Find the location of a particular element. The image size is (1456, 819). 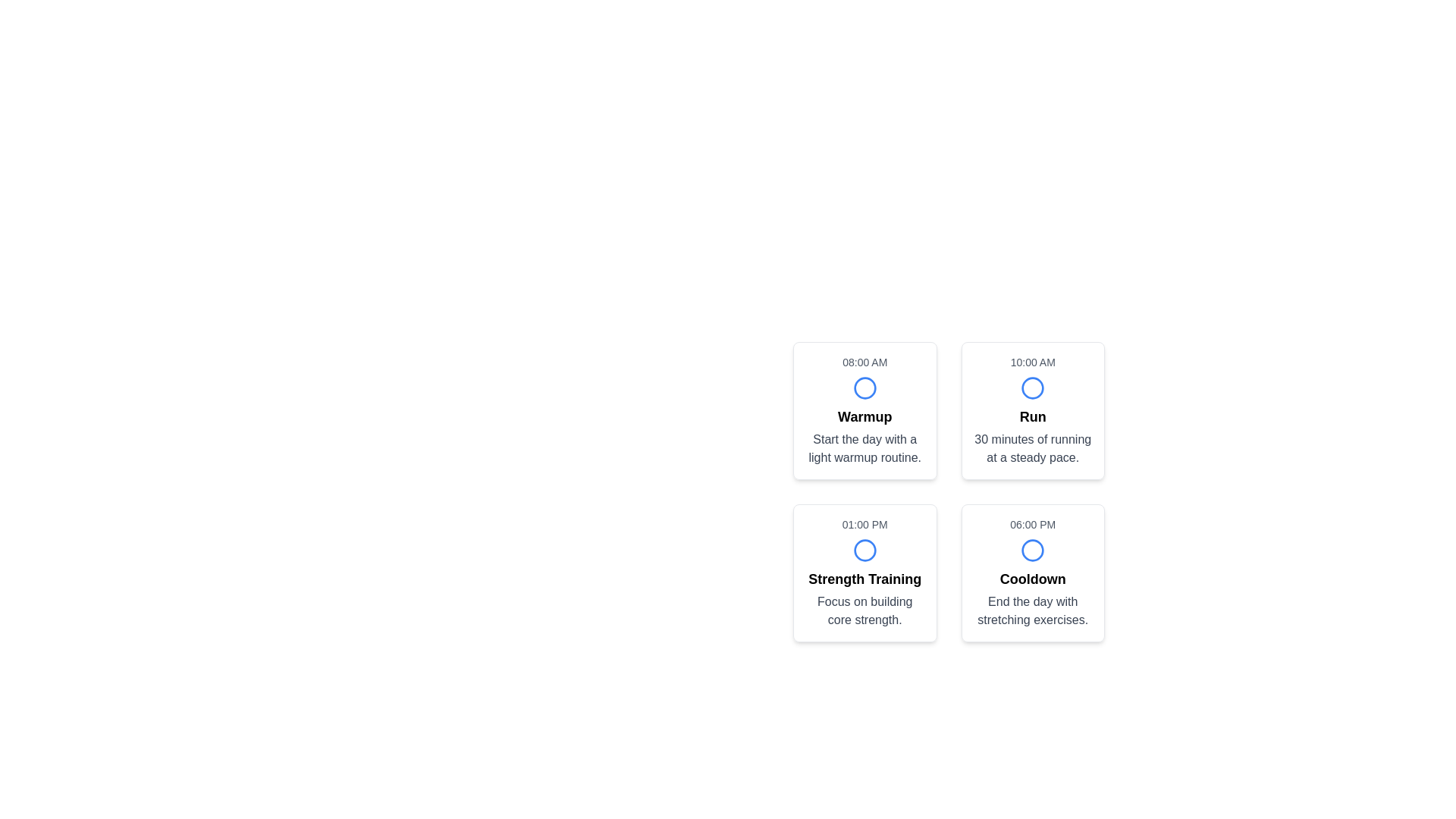

the decorative or status indicator icon associated with the 'Run' activity, which is the second icon in the top row of the grid layout, located above the title 'Run.' is located at coordinates (1032, 388).